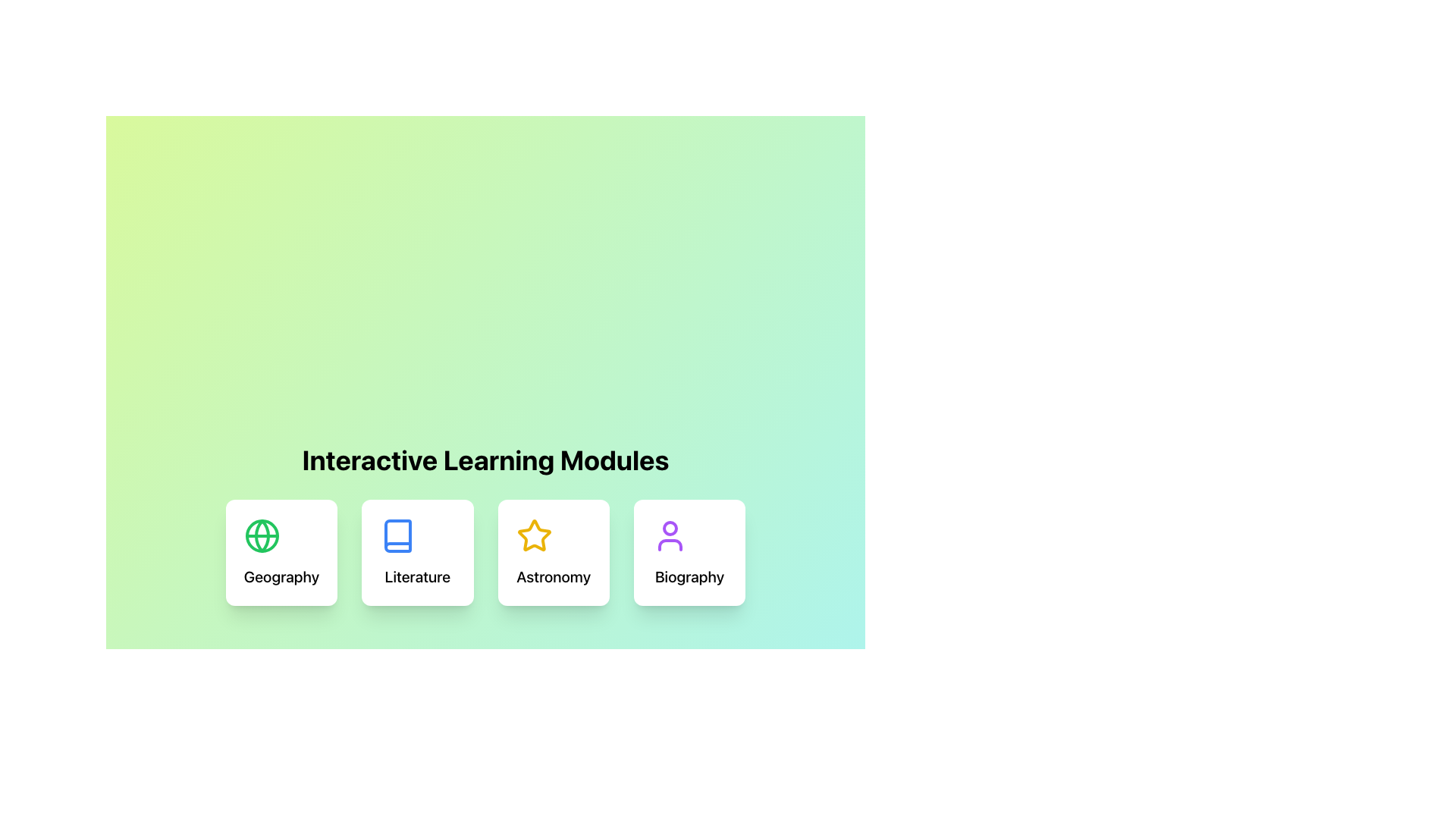 The width and height of the screenshot is (1456, 819). Describe the element at coordinates (669, 528) in the screenshot. I see `the circular element representing the head of a user figure in the SVG located in the 'Biography' section` at that location.